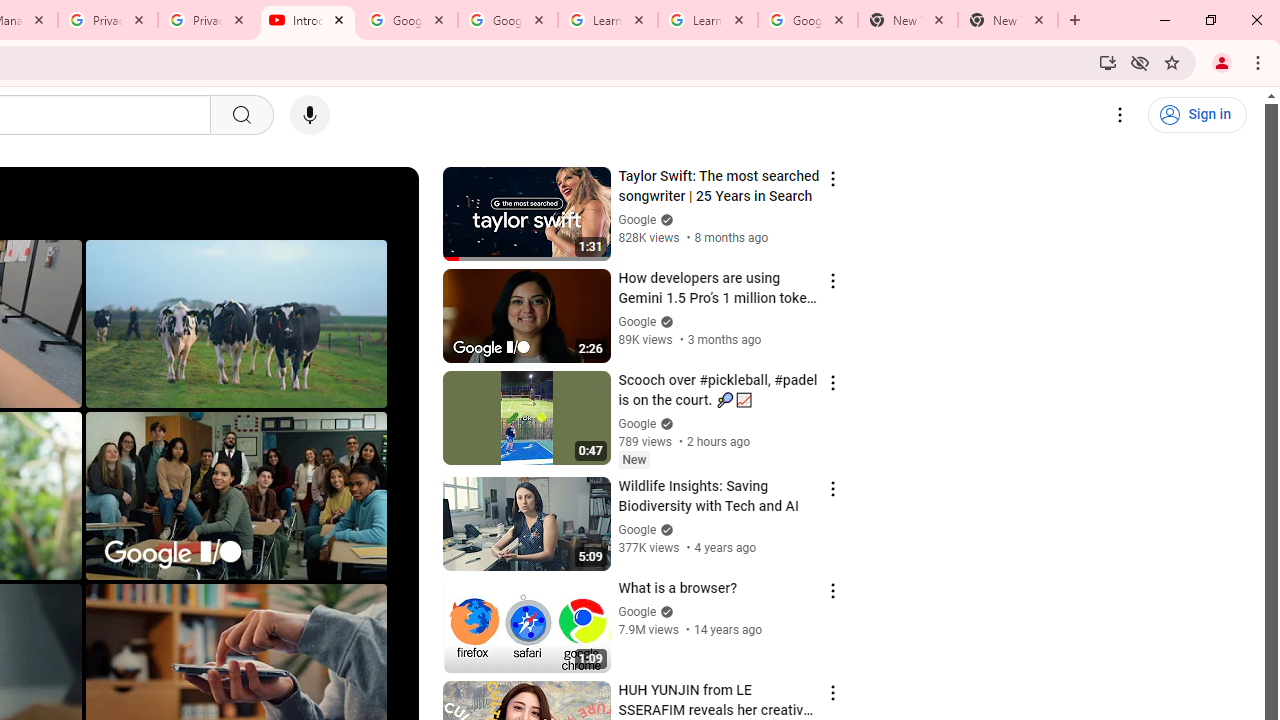  I want to click on 'Action menu', so click(832, 692).